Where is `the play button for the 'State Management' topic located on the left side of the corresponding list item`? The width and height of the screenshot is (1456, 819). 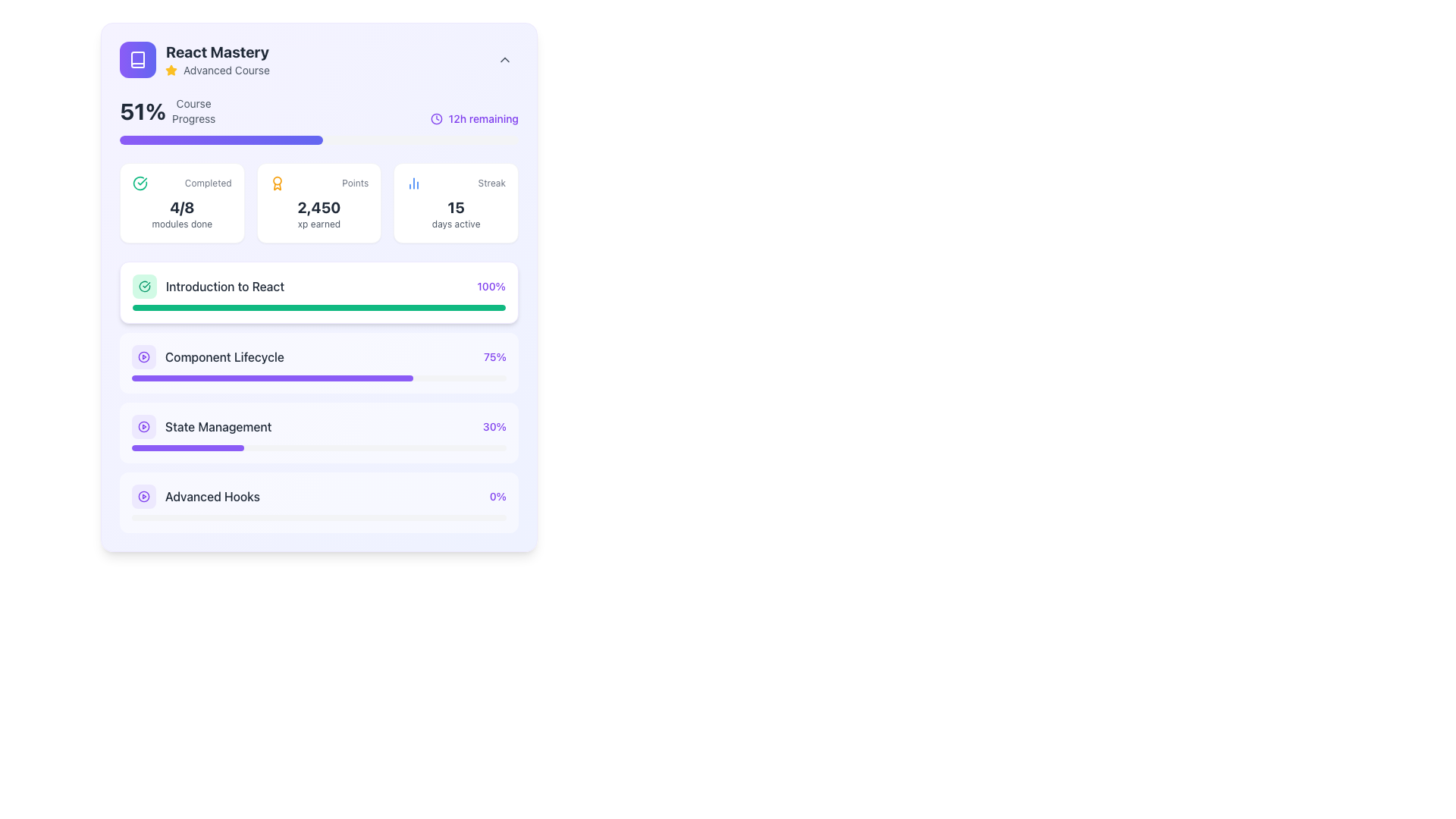 the play button for the 'State Management' topic located on the left side of the corresponding list item is located at coordinates (144, 427).